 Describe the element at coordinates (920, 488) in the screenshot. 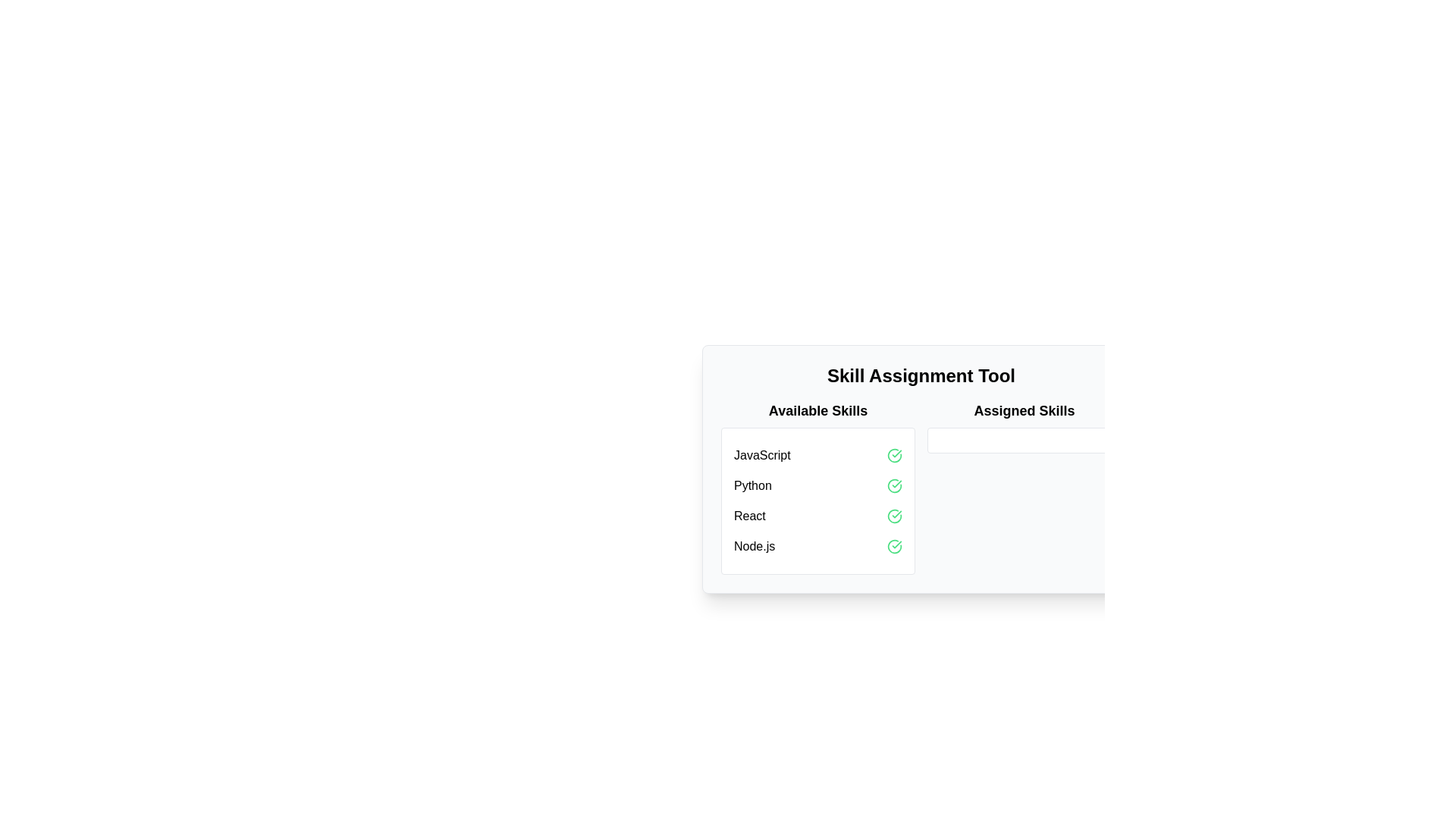

I see `the skill management interface titled 'Skill Assignment Tool'` at that location.